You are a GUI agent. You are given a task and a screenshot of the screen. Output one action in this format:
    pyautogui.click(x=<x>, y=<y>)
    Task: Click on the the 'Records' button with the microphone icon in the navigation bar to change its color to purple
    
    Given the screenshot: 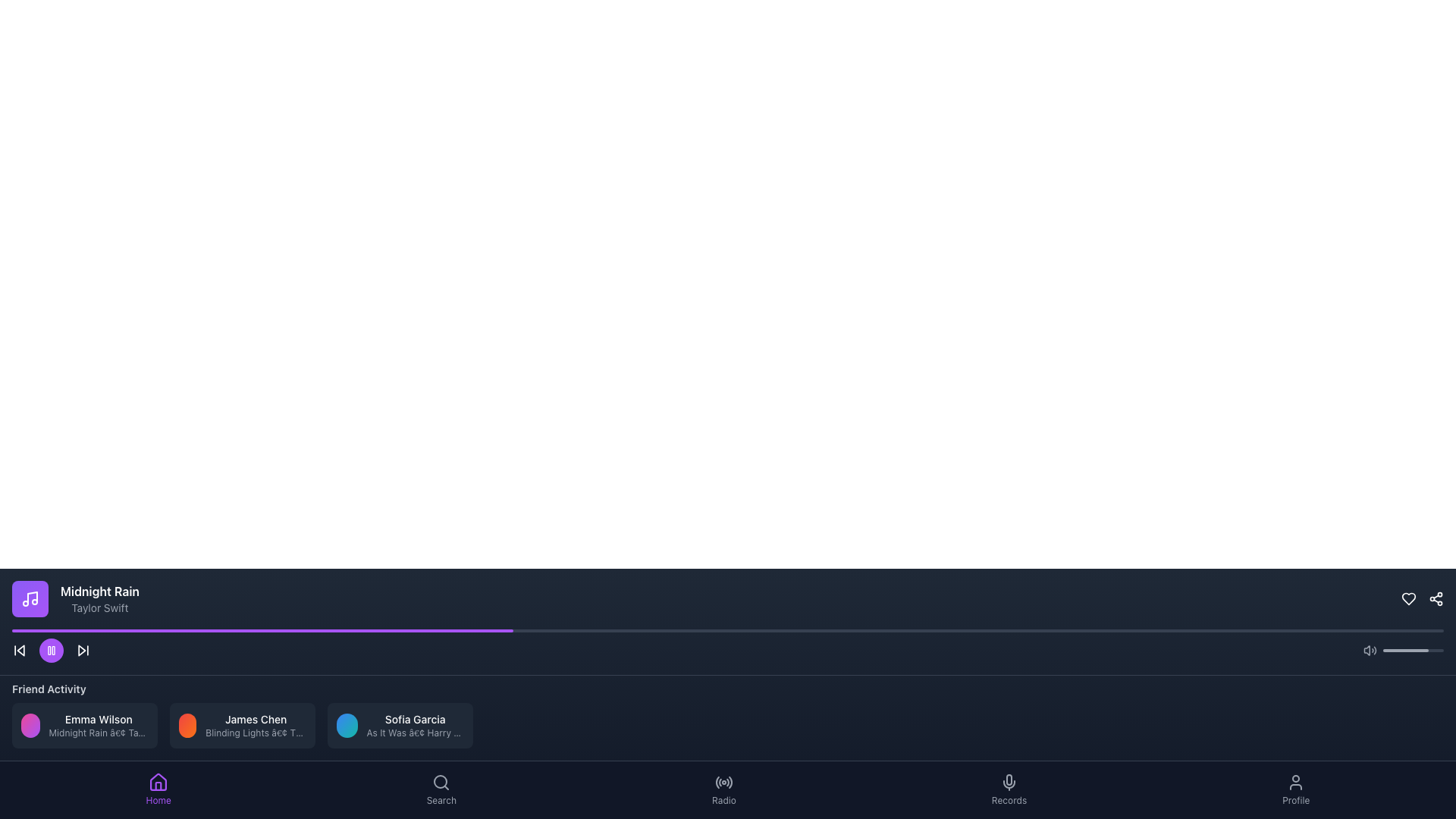 What is the action you would take?
    pyautogui.click(x=1009, y=789)
    